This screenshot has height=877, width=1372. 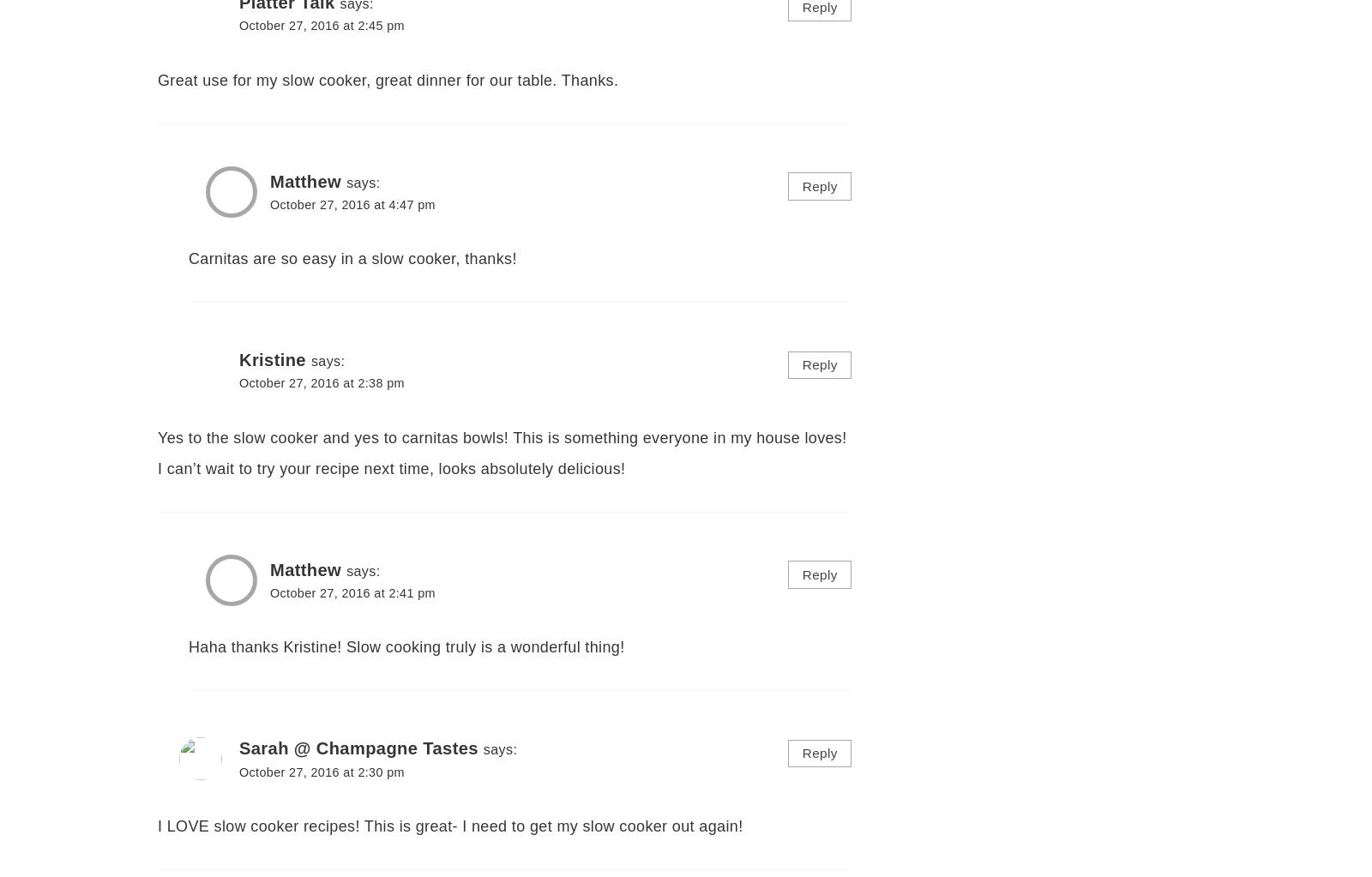 What do you see at coordinates (239, 382) in the screenshot?
I see `'October 27, 2016 at 2:38 pm'` at bounding box center [239, 382].